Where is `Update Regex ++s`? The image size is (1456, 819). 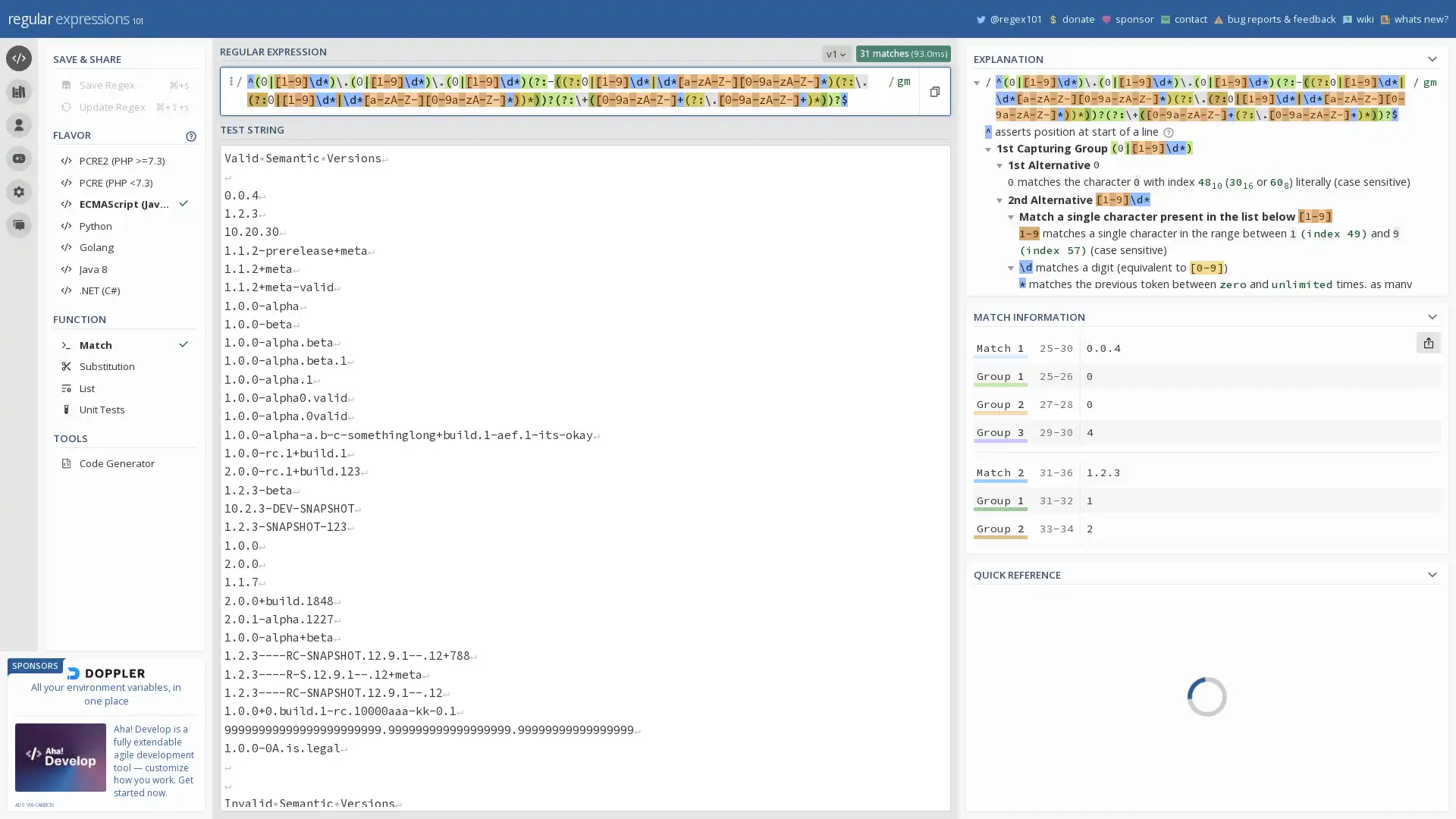
Update Regex ++s is located at coordinates (124, 105).